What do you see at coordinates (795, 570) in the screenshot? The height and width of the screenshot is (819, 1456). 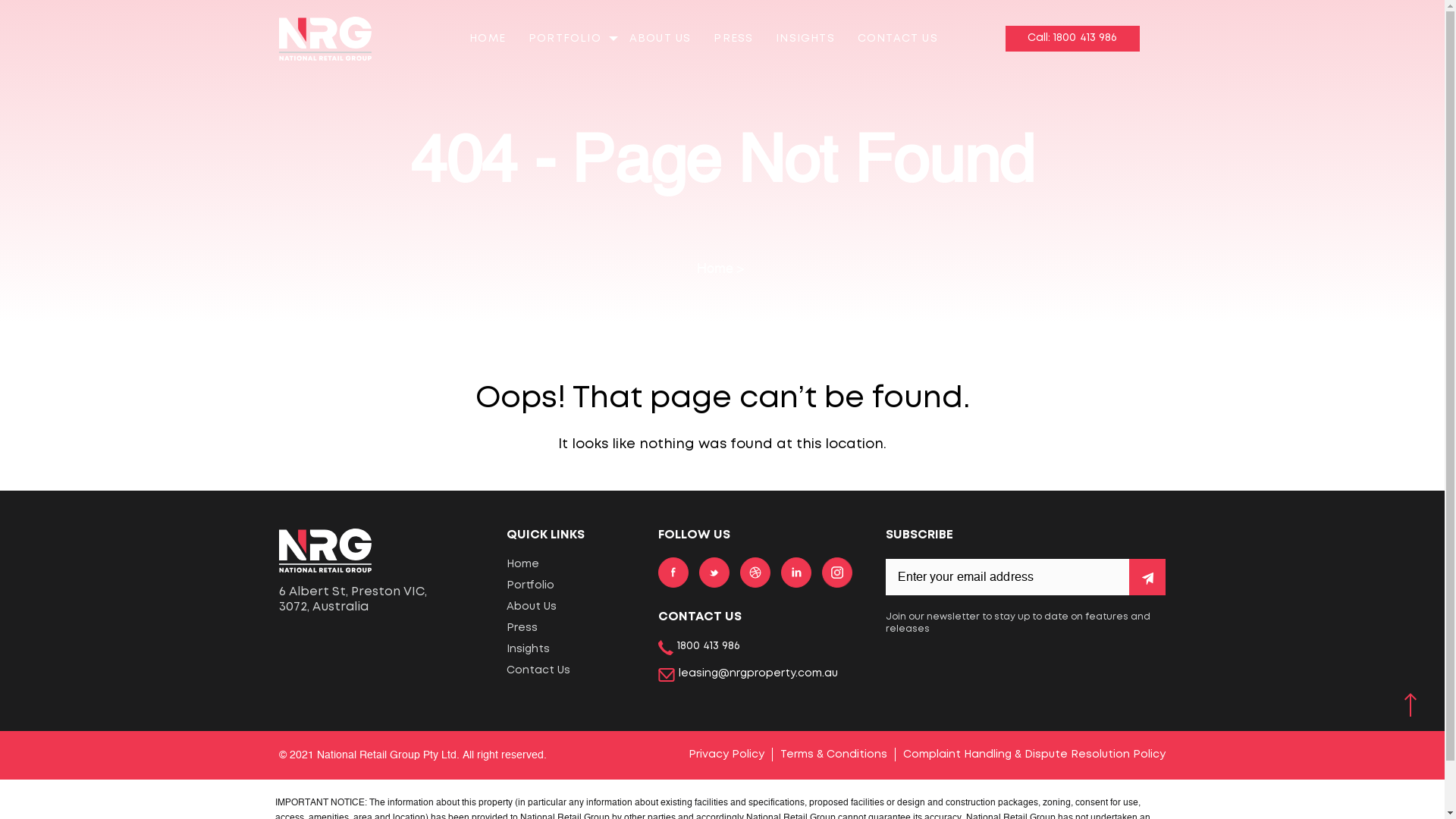 I see `'Linked-In'` at bounding box center [795, 570].